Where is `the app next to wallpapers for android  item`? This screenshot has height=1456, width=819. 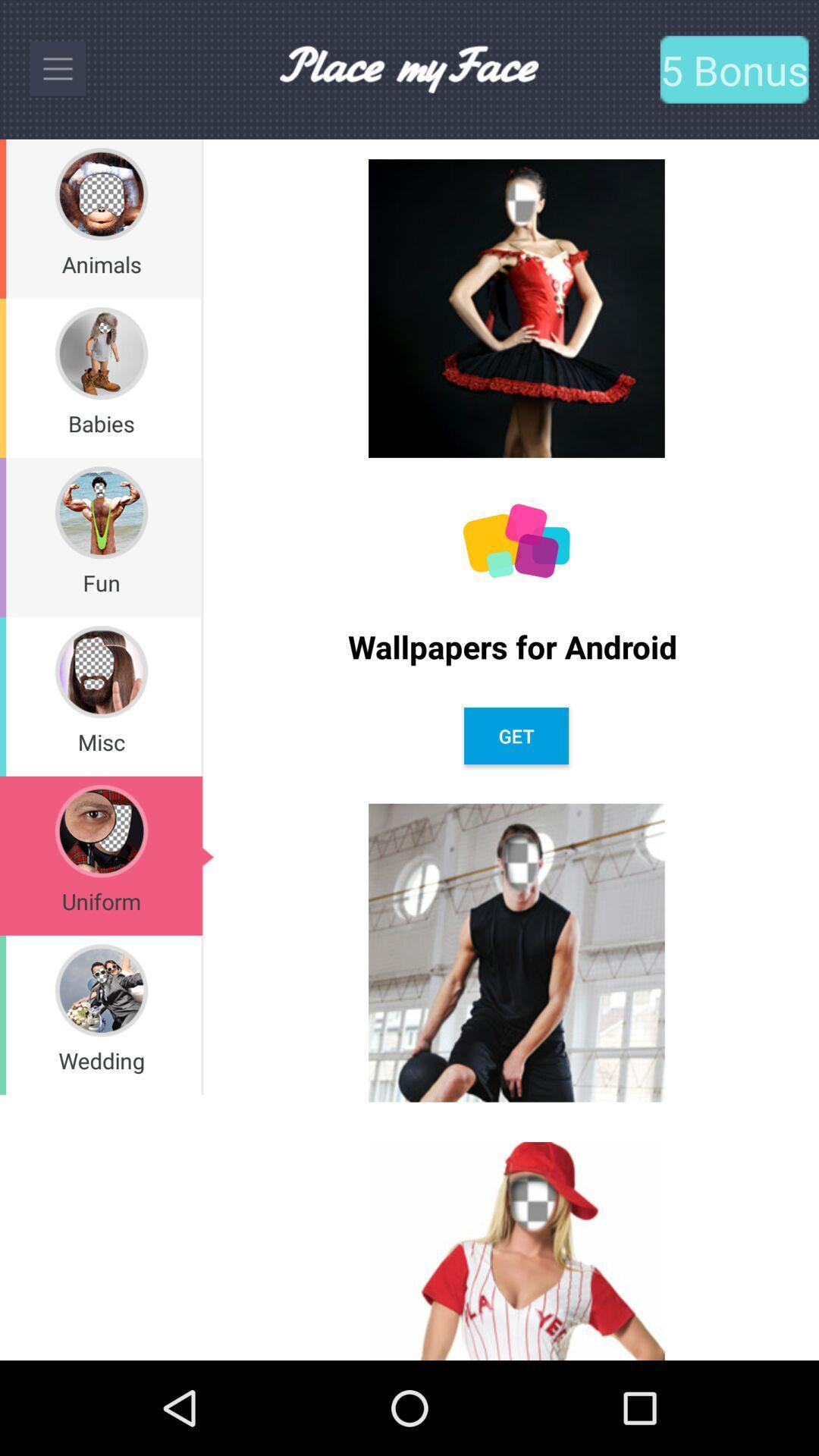
the app next to wallpapers for android  item is located at coordinates (201, 537).